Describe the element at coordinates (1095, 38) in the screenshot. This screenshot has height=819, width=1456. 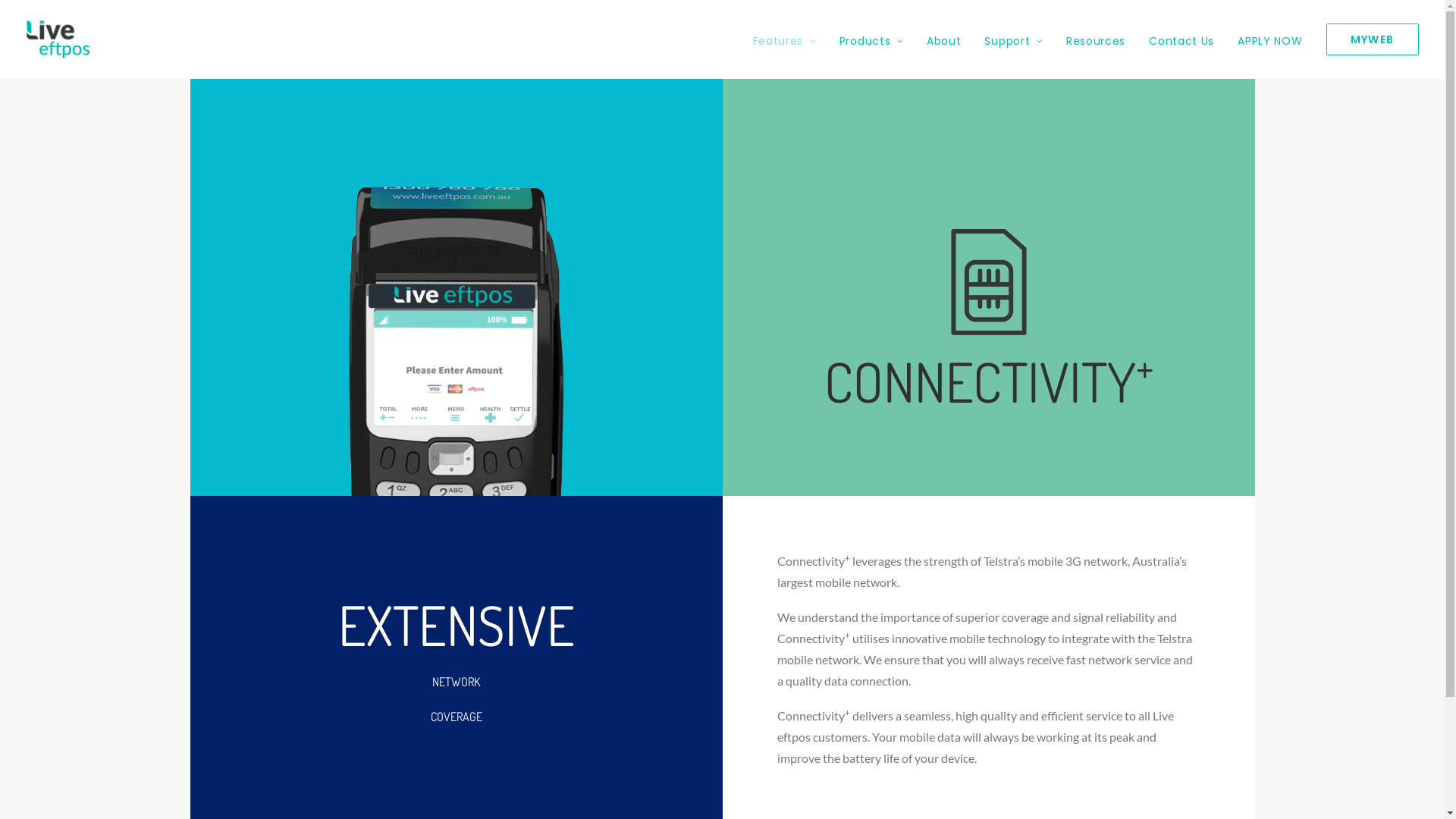
I see `'Resources'` at that location.